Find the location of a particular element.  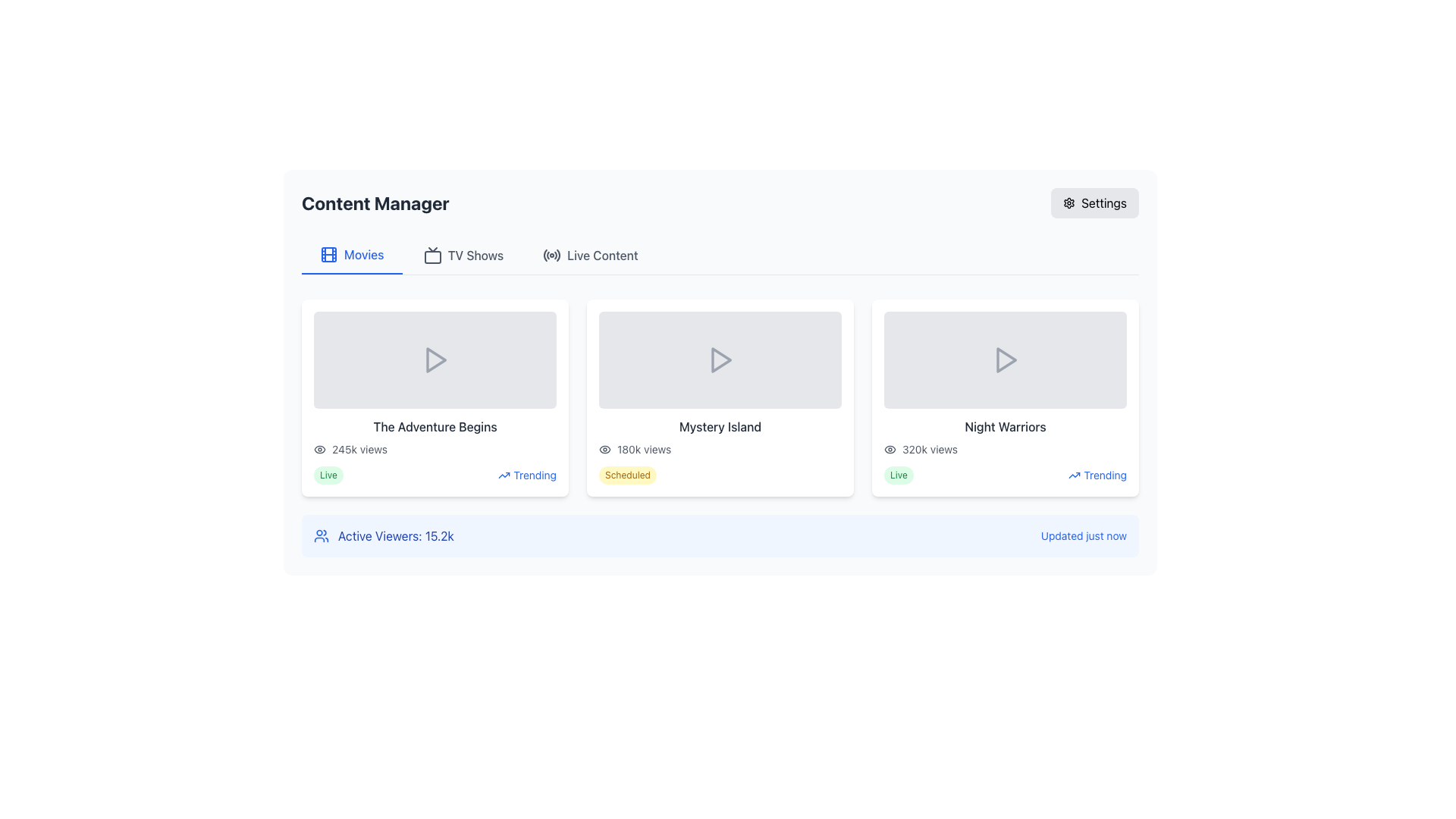

the 'Trending' label with an upward trending arrow icon located in the bottom right corner of the card labeled 'The Adventure Begins' is located at coordinates (527, 475).